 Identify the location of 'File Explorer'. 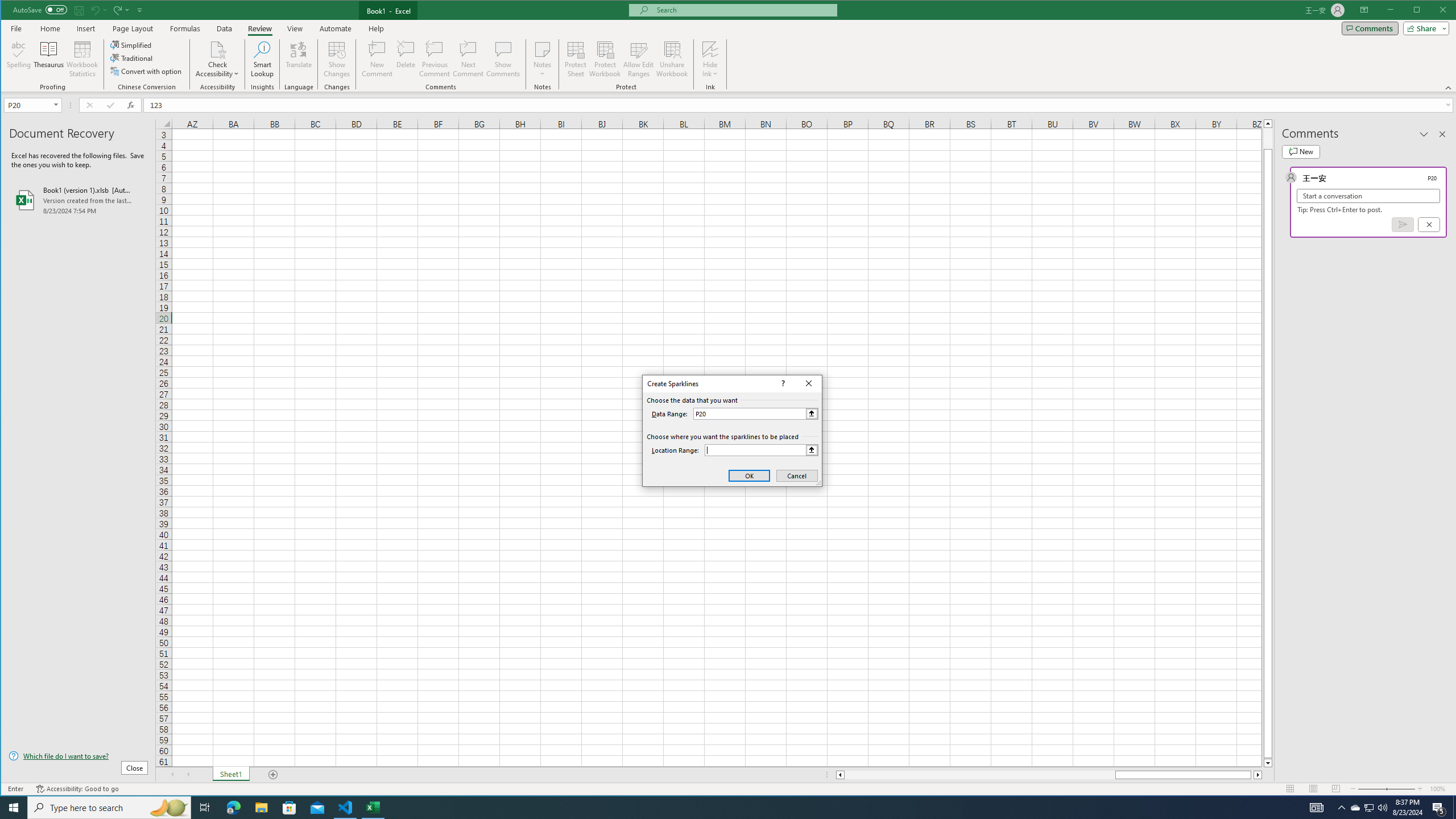
(260, 806).